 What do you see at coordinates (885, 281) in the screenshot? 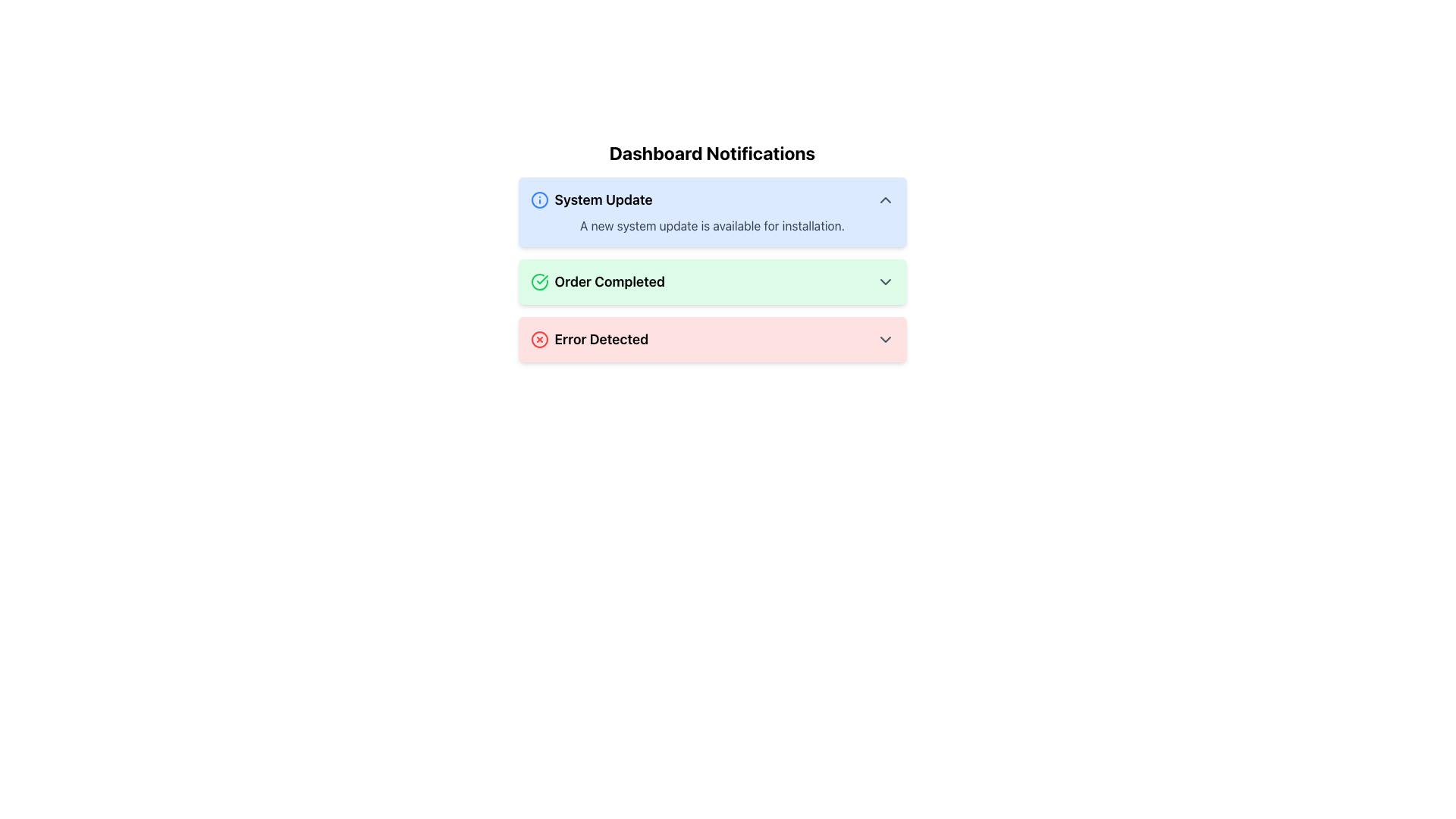
I see `the downward-facing chevron icon on the right side of the 'Order Completed' notification box` at bounding box center [885, 281].